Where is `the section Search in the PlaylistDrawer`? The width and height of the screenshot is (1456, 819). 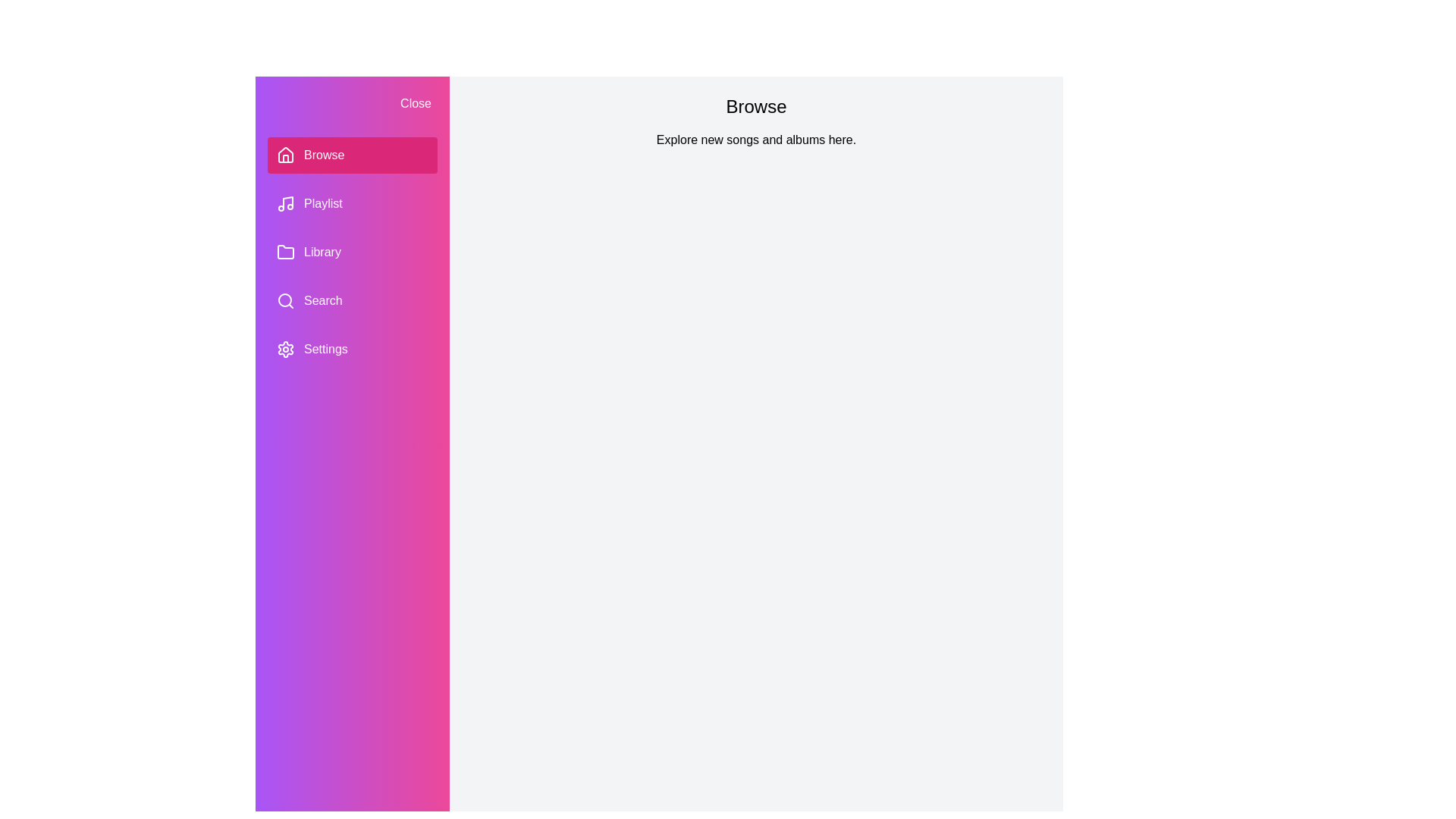
the section Search in the PlaylistDrawer is located at coordinates (352, 301).